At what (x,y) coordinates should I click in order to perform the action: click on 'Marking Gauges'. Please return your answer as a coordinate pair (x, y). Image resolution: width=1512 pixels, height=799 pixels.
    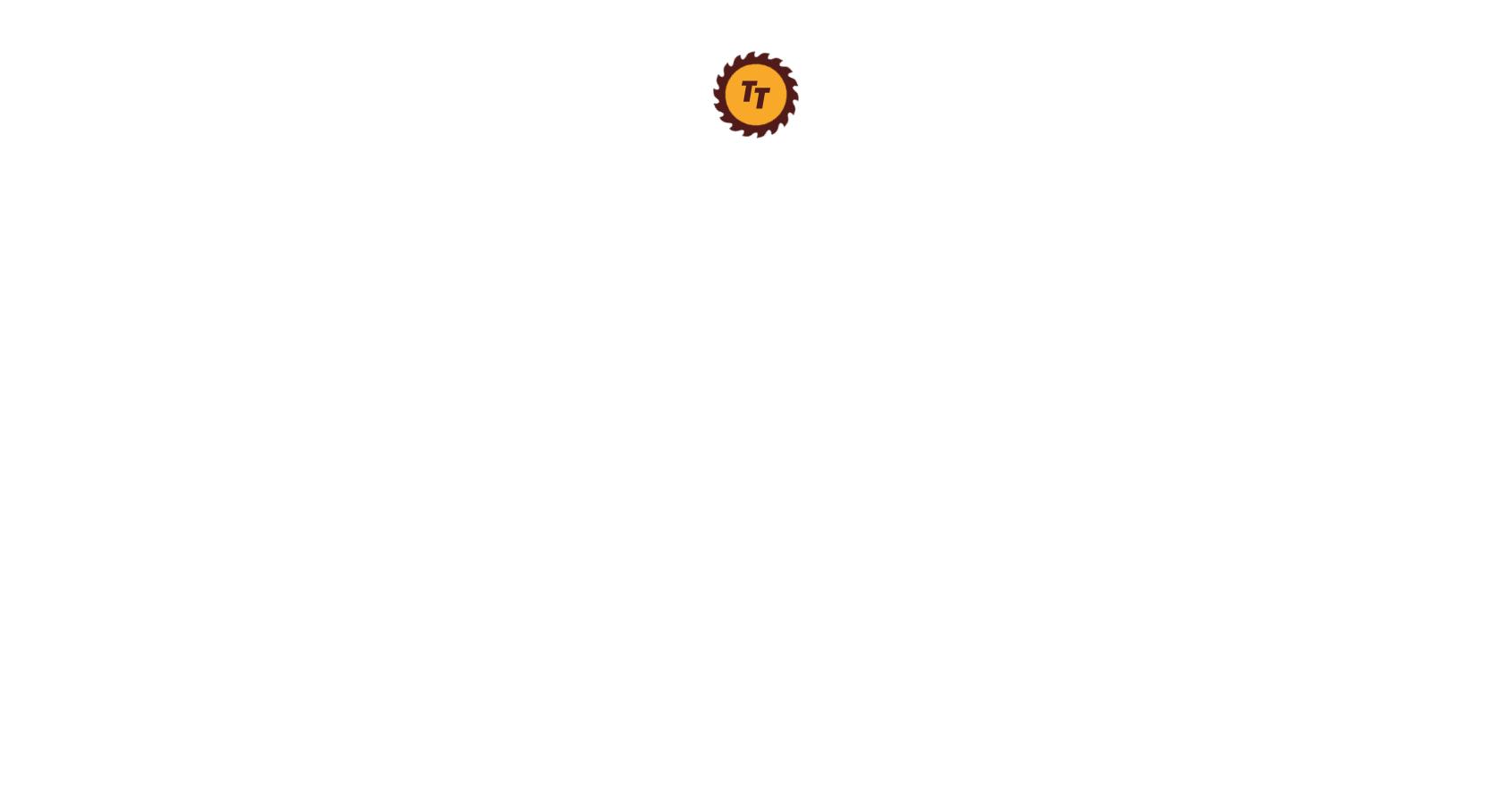
    Looking at the image, I should click on (163, 122).